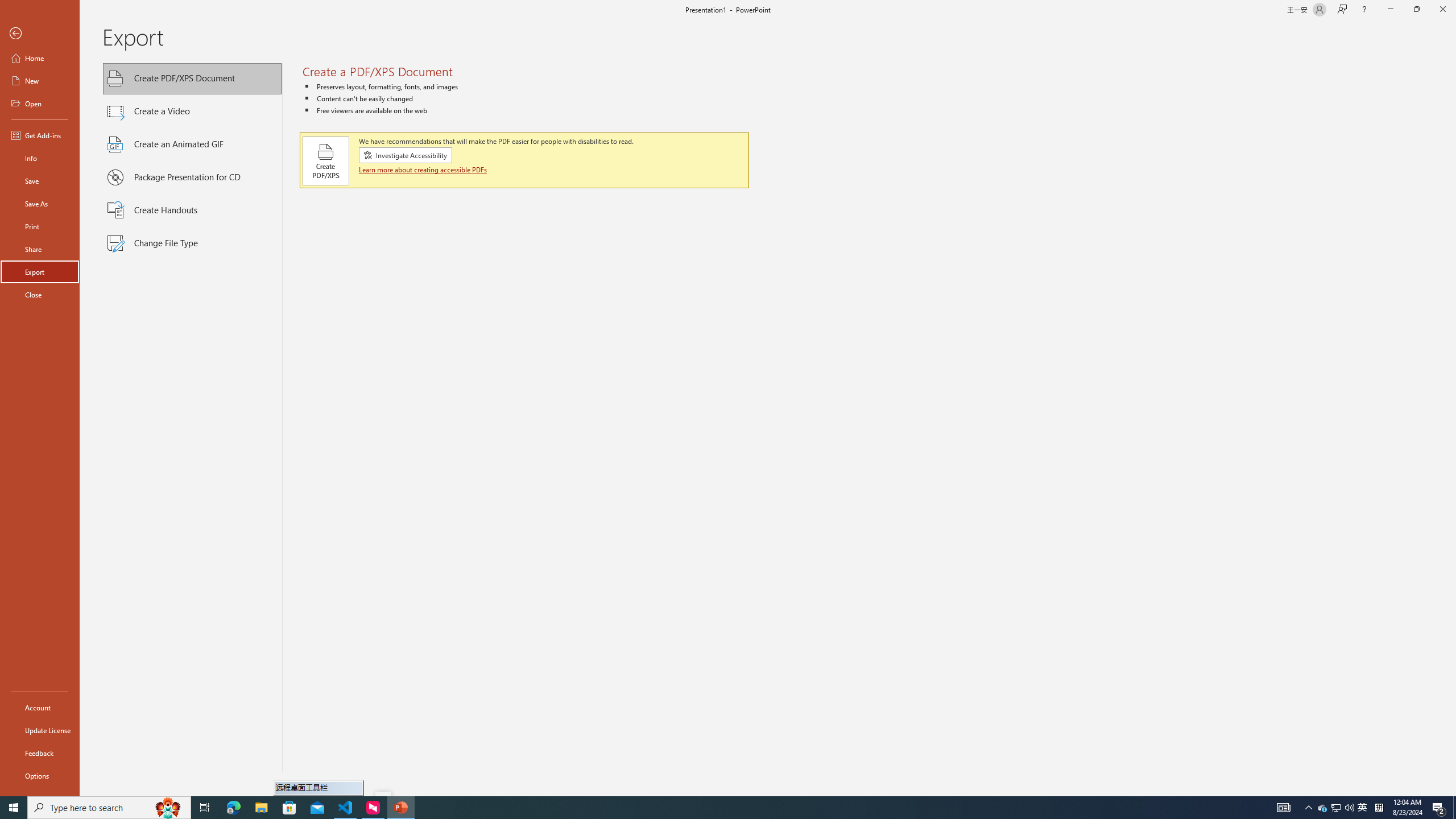  I want to click on 'Create Handouts', so click(192, 210).